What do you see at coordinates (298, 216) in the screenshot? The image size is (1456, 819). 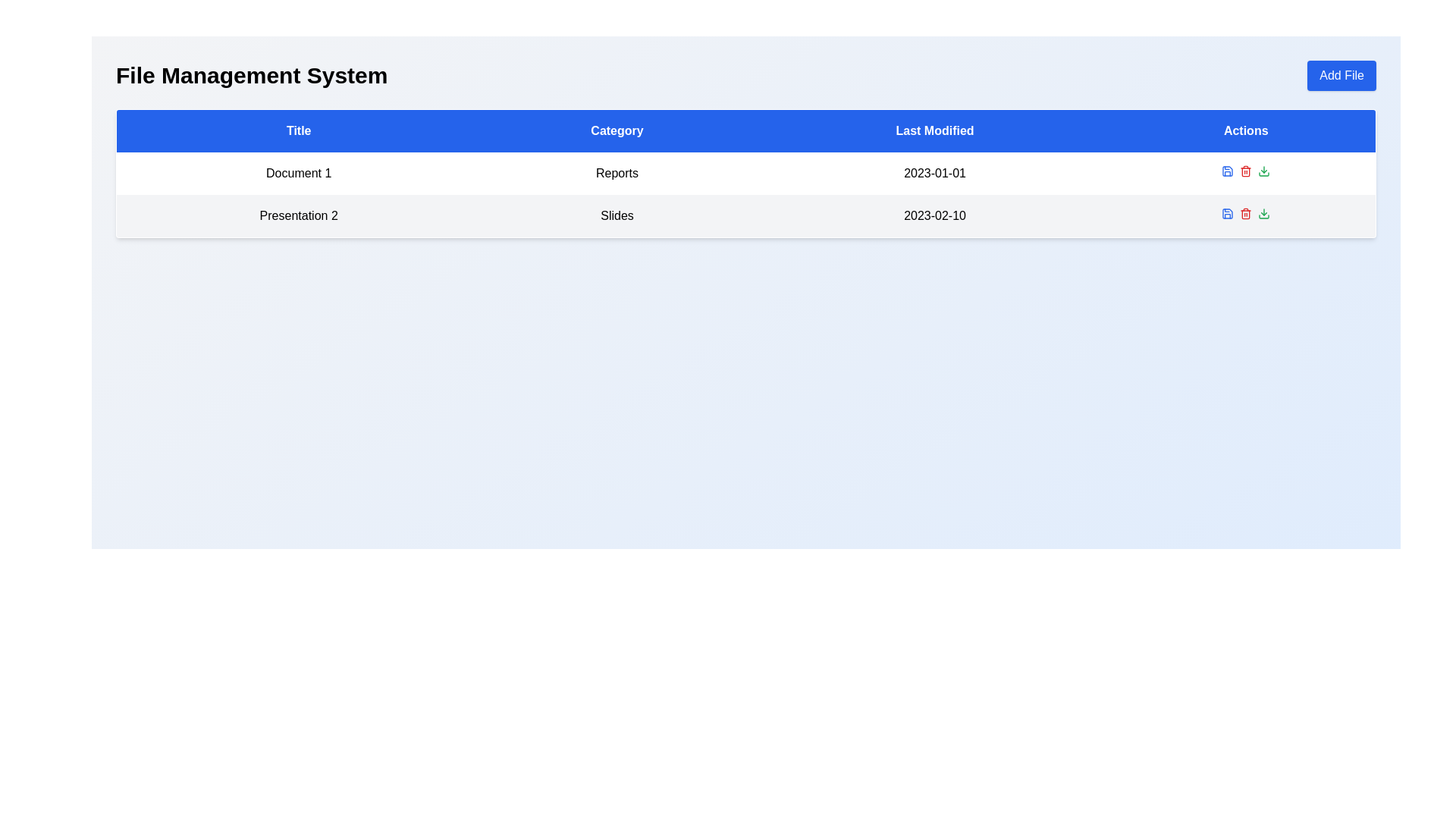 I see `the title text 'Presentation 2' located in the first column of the second row of the table to check the title` at bounding box center [298, 216].